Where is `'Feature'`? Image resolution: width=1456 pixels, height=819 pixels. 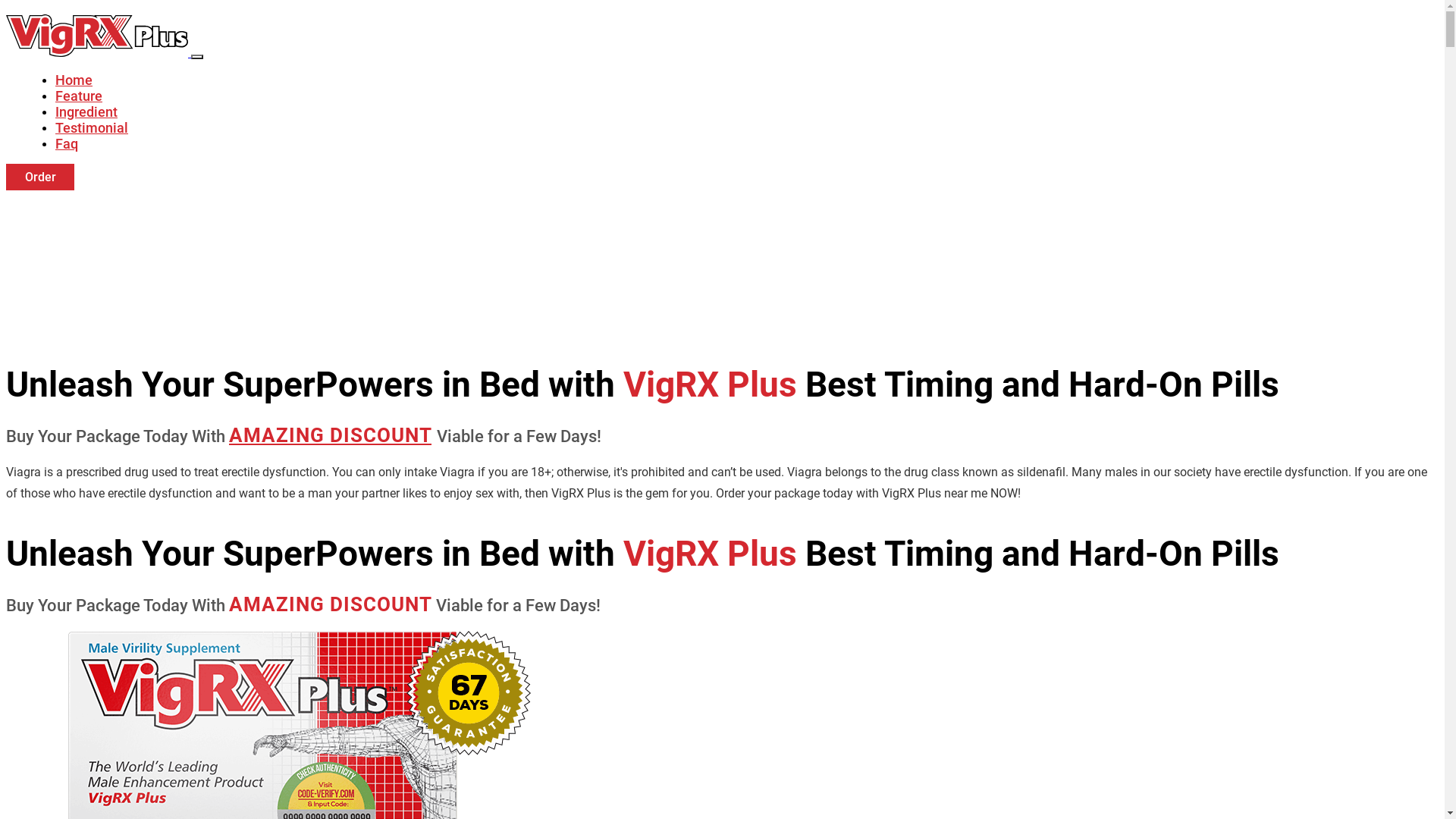 'Feature' is located at coordinates (55, 96).